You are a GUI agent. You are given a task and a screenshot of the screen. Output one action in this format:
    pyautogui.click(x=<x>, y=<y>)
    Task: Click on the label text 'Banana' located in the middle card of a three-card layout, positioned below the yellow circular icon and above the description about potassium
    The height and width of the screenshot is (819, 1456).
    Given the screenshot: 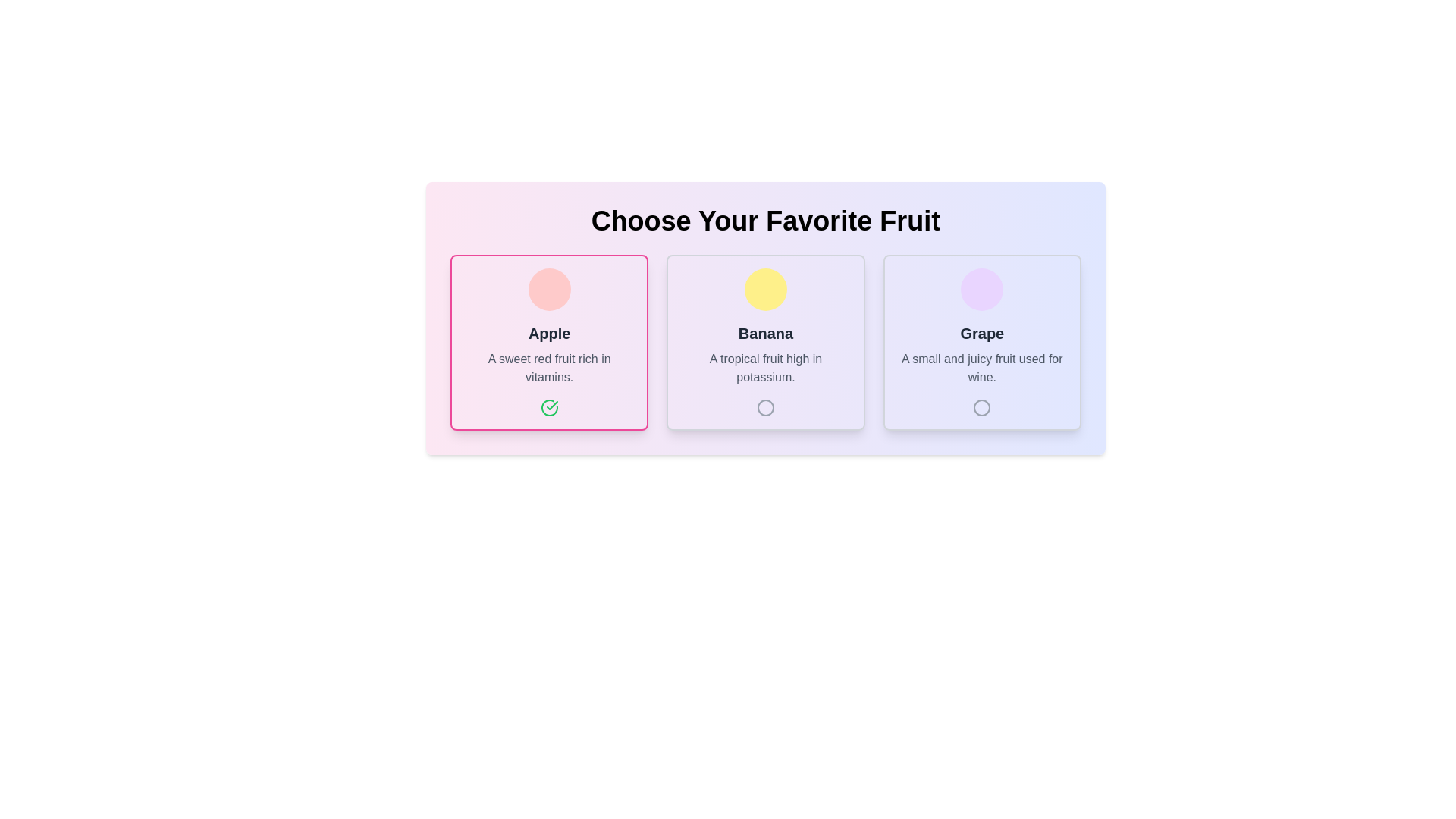 What is the action you would take?
    pyautogui.click(x=765, y=332)
    